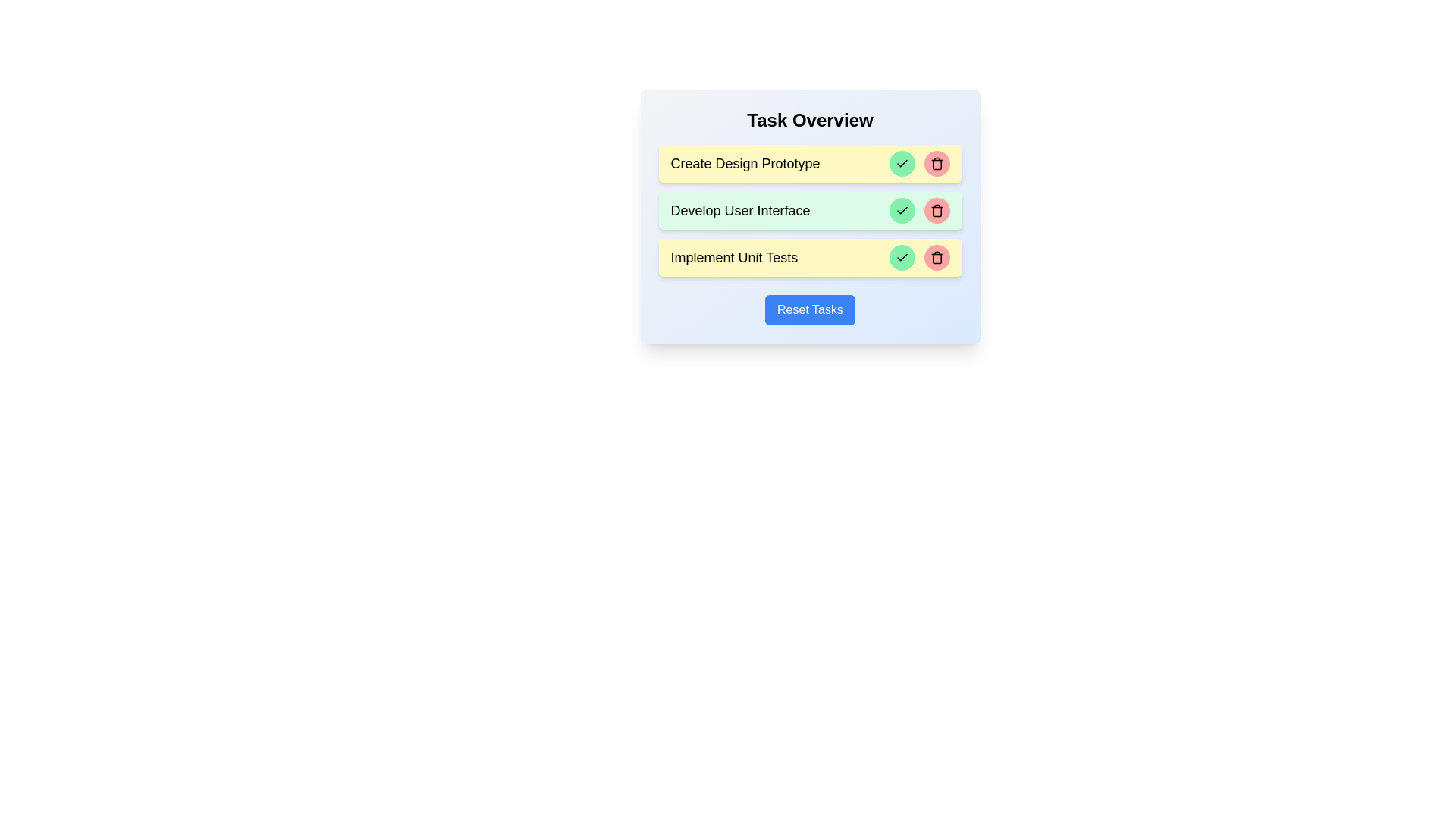 This screenshot has width=1456, height=819. I want to click on the delete button of the task identified by Develop User Interface, so click(936, 210).